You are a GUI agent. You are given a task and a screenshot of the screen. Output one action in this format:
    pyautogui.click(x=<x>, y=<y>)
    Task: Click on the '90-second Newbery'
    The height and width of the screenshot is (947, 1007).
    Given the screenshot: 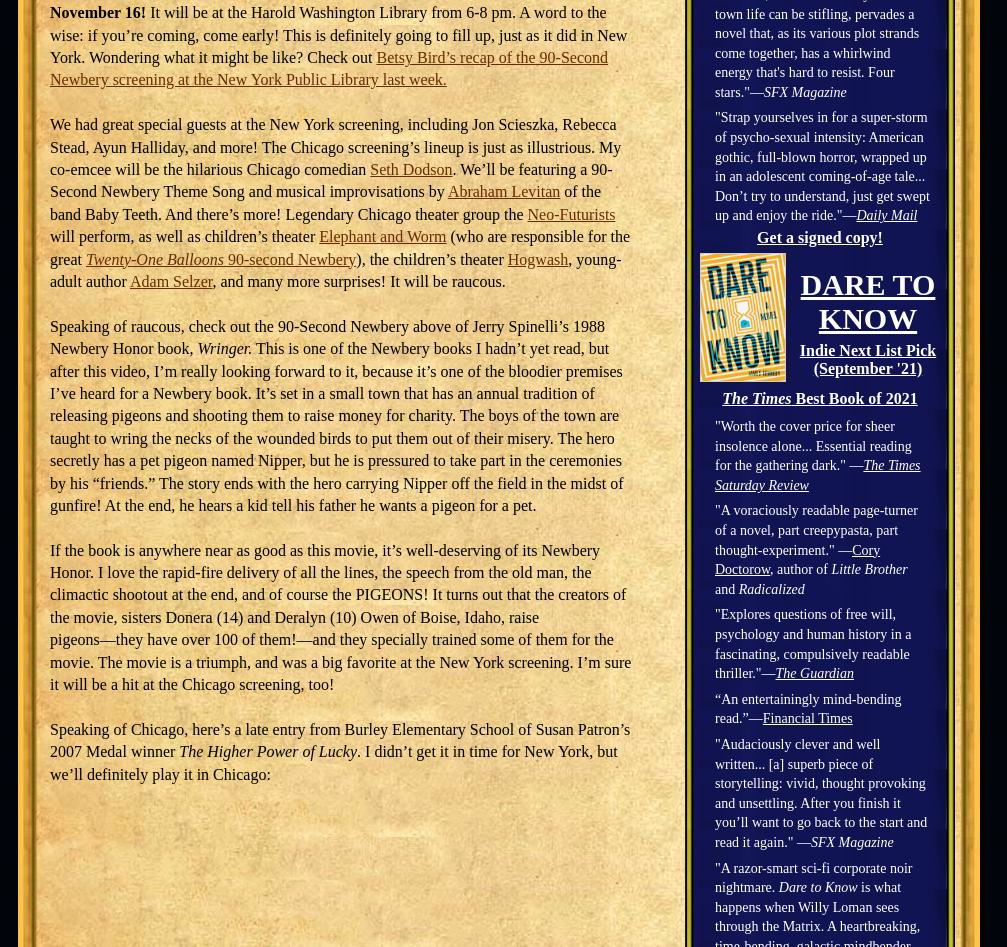 What is the action you would take?
    pyautogui.click(x=222, y=258)
    